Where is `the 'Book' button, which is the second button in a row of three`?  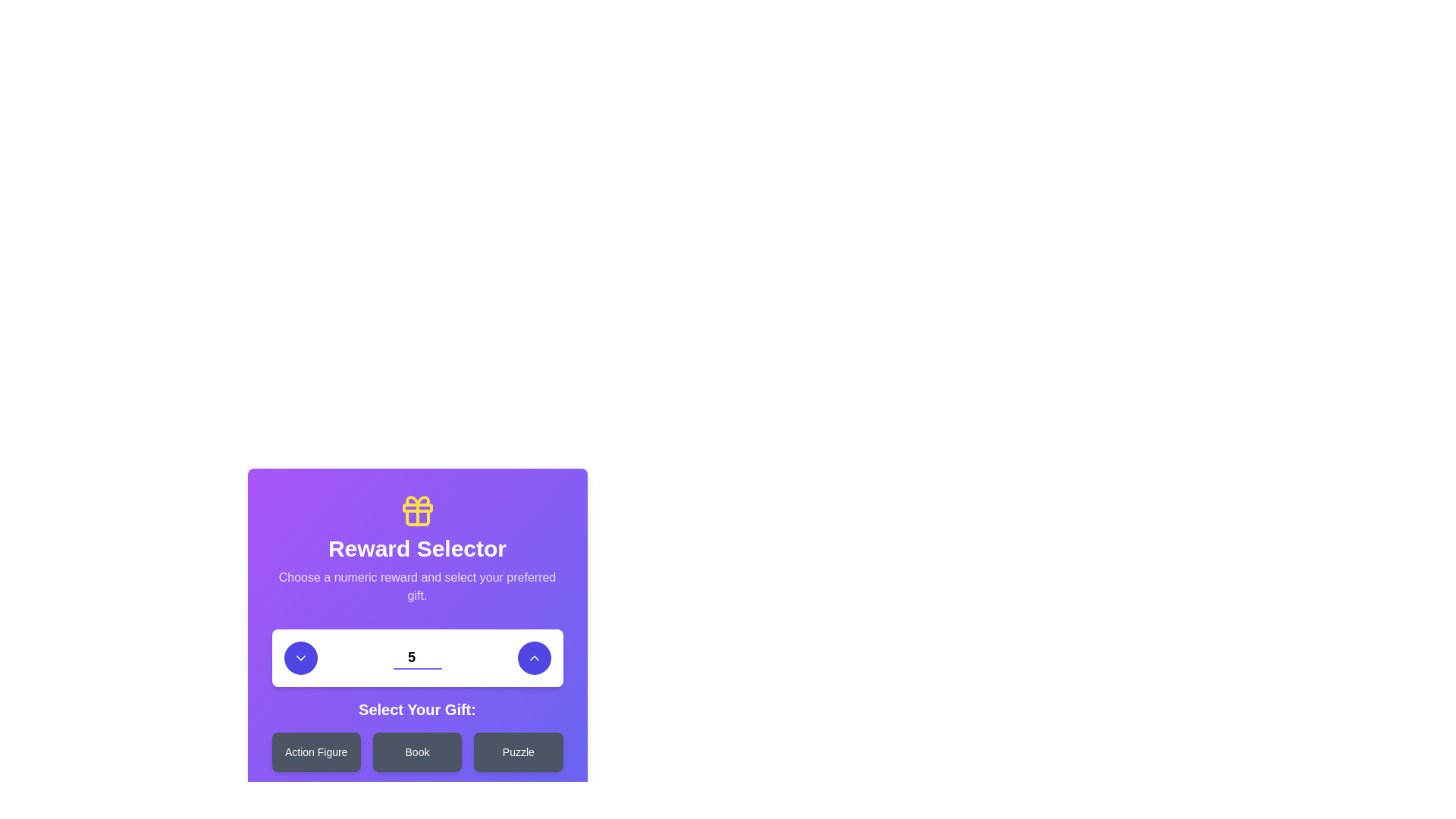
the 'Book' button, which is the second button in a row of three is located at coordinates (417, 752).